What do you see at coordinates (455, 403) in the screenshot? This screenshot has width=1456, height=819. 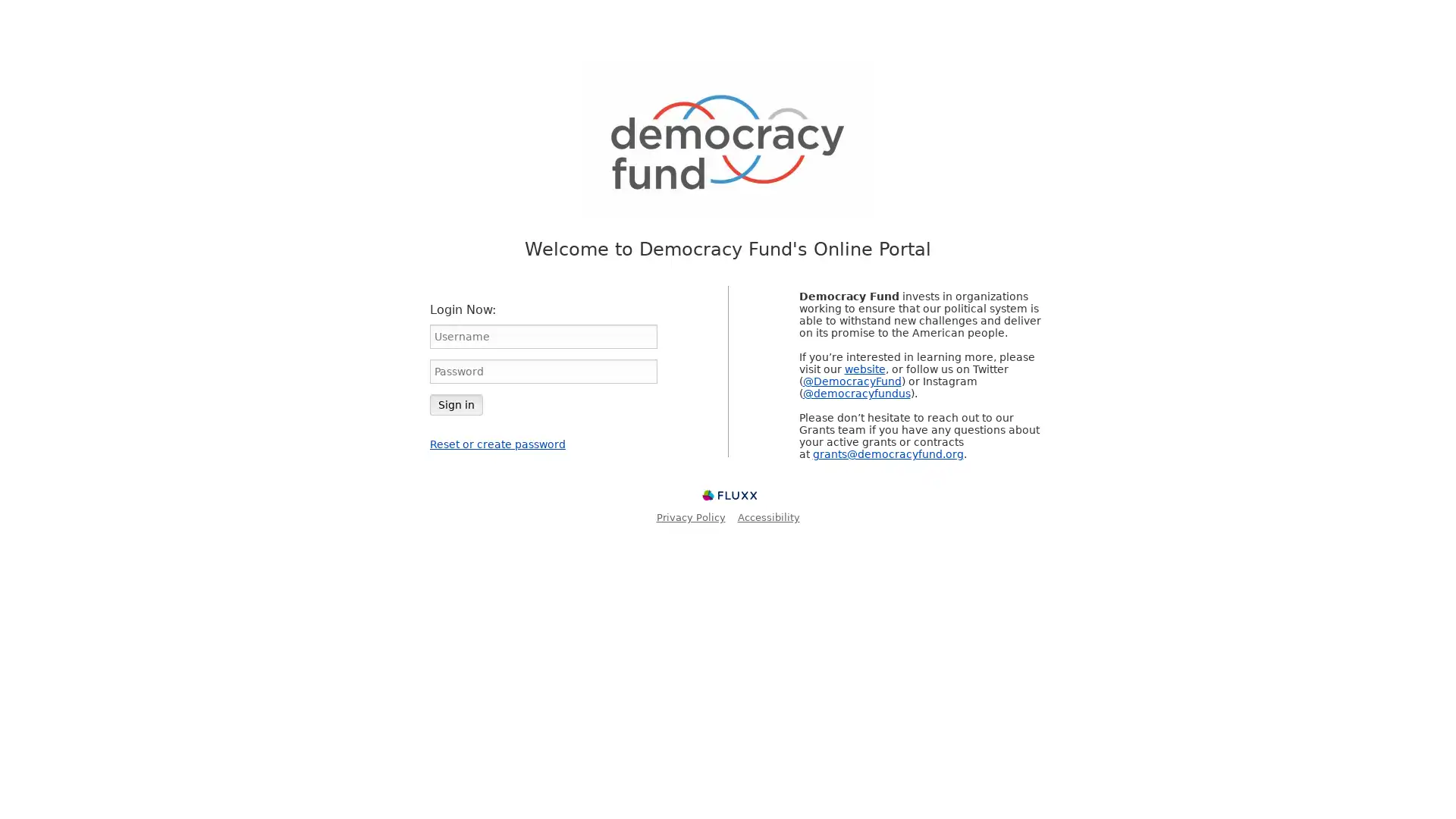 I see `Sign in` at bounding box center [455, 403].